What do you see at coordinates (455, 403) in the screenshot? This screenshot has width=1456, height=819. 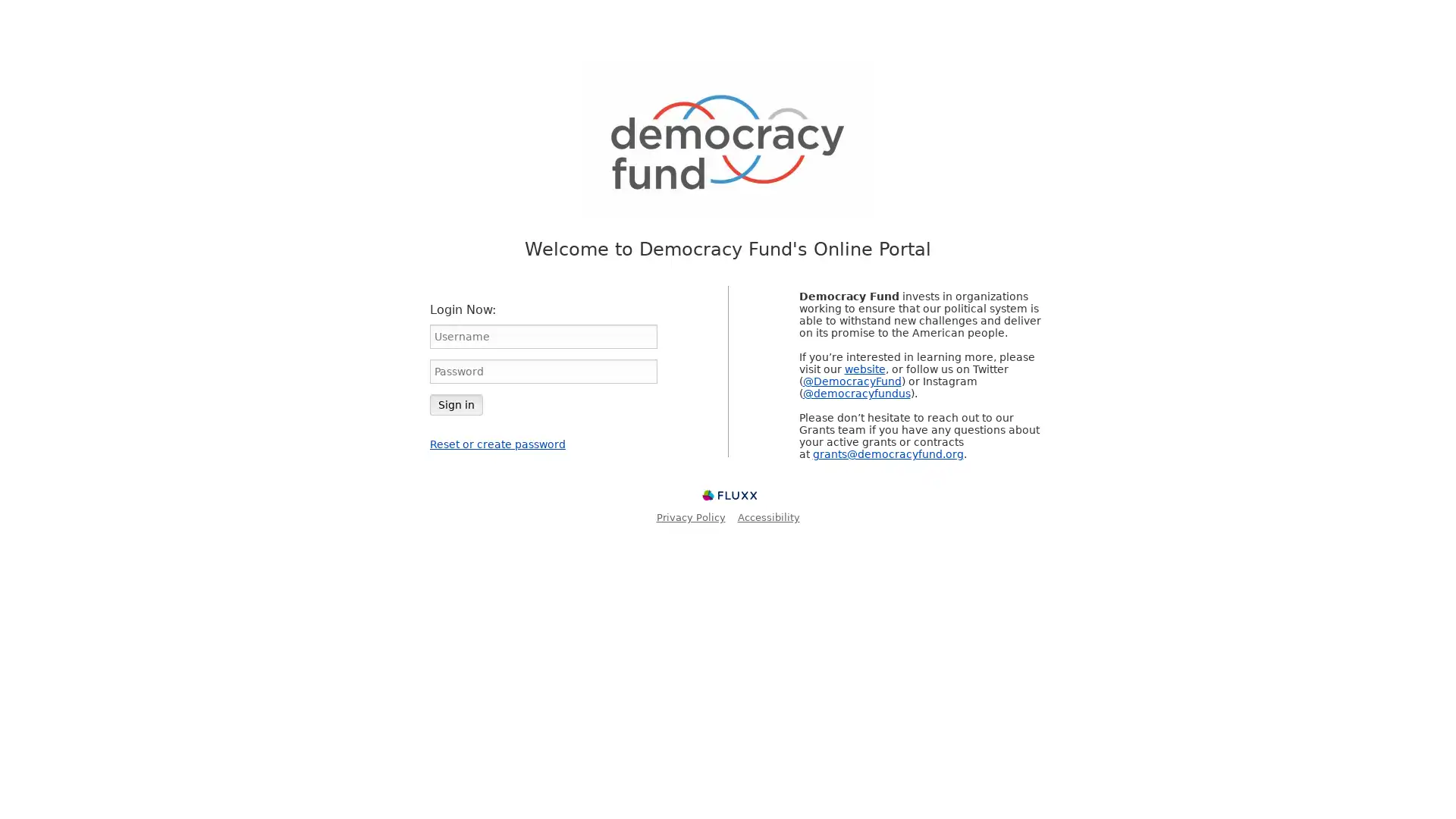 I see `Sign in` at bounding box center [455, 403].